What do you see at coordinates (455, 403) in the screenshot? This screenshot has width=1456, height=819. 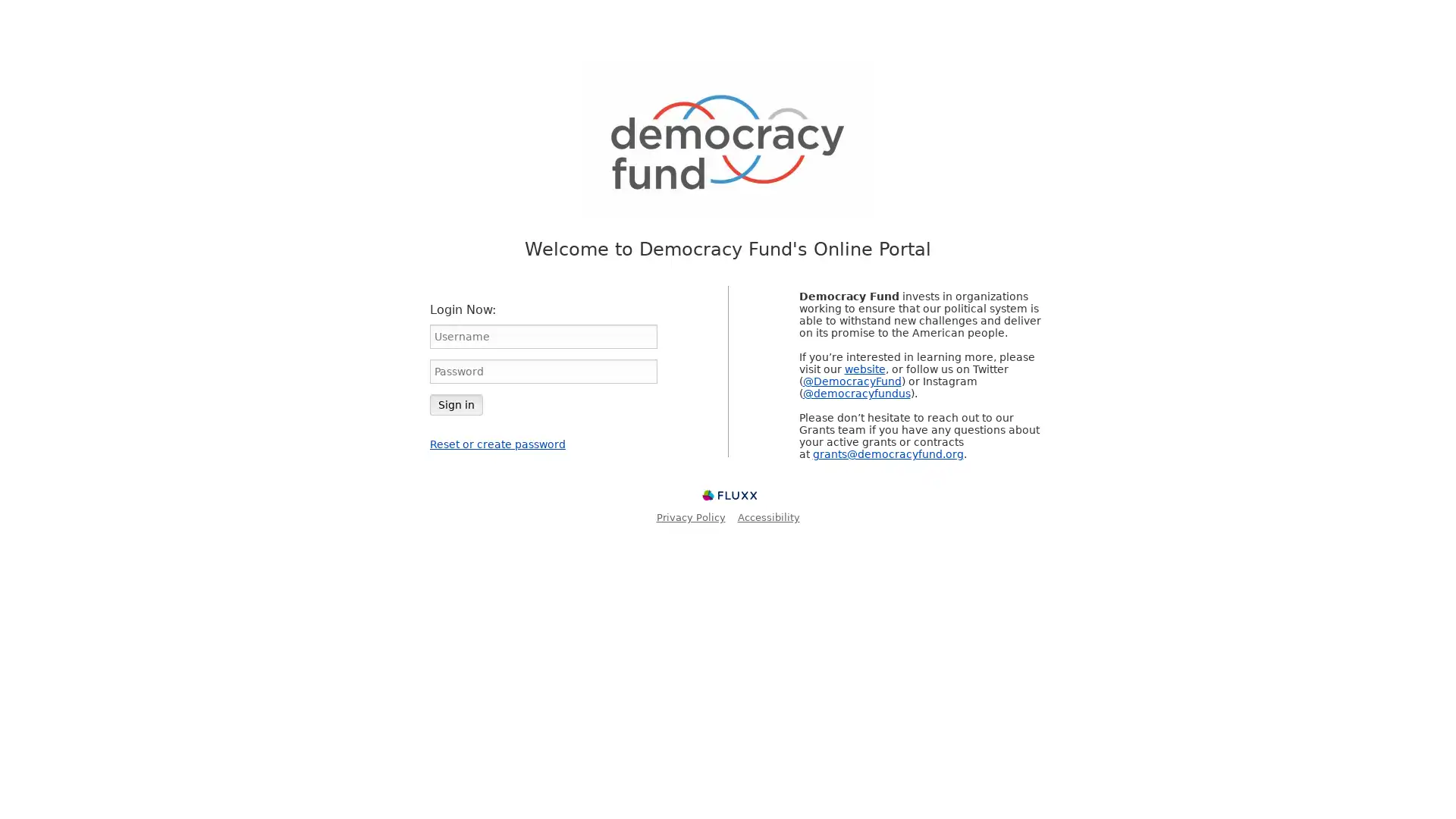 I see `Sign in` at bounding box center [455, 403].